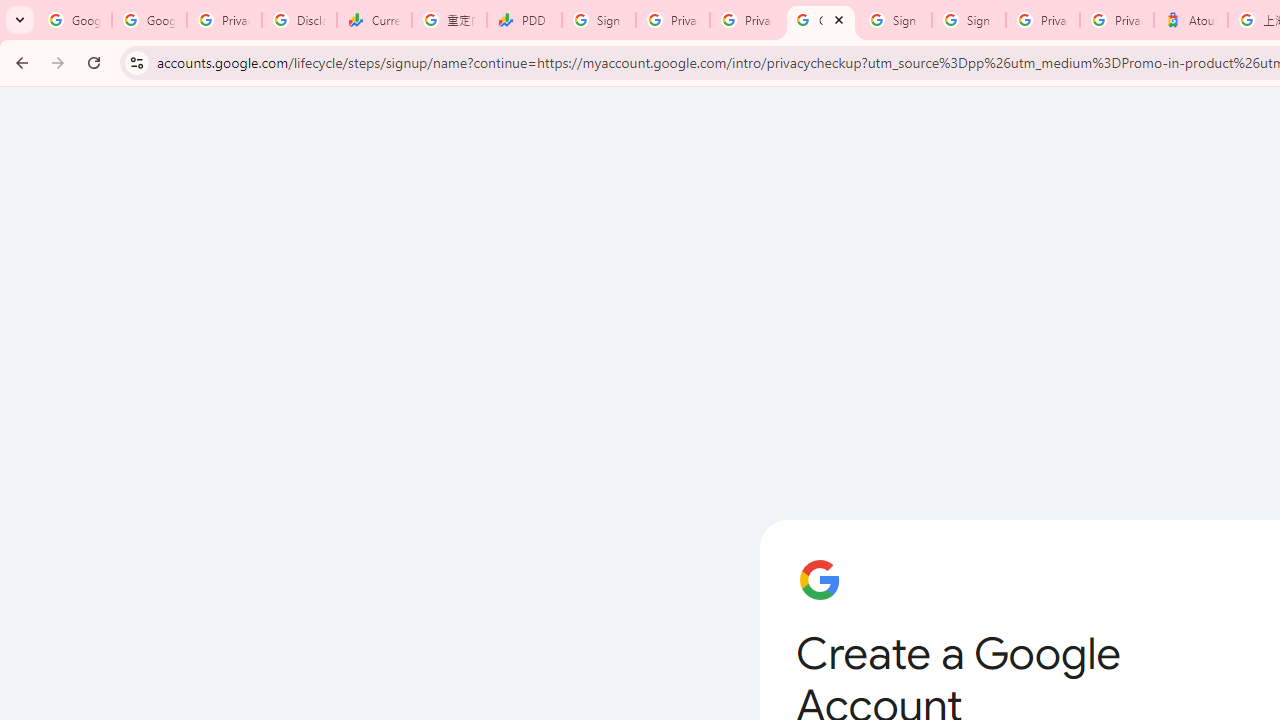 The width and height of the screenshot is (1280, 720). What do you see at coordinates (820, 20) in the screenshot?
I see `'Create your Google Account'` at bounding box center [820, 20].